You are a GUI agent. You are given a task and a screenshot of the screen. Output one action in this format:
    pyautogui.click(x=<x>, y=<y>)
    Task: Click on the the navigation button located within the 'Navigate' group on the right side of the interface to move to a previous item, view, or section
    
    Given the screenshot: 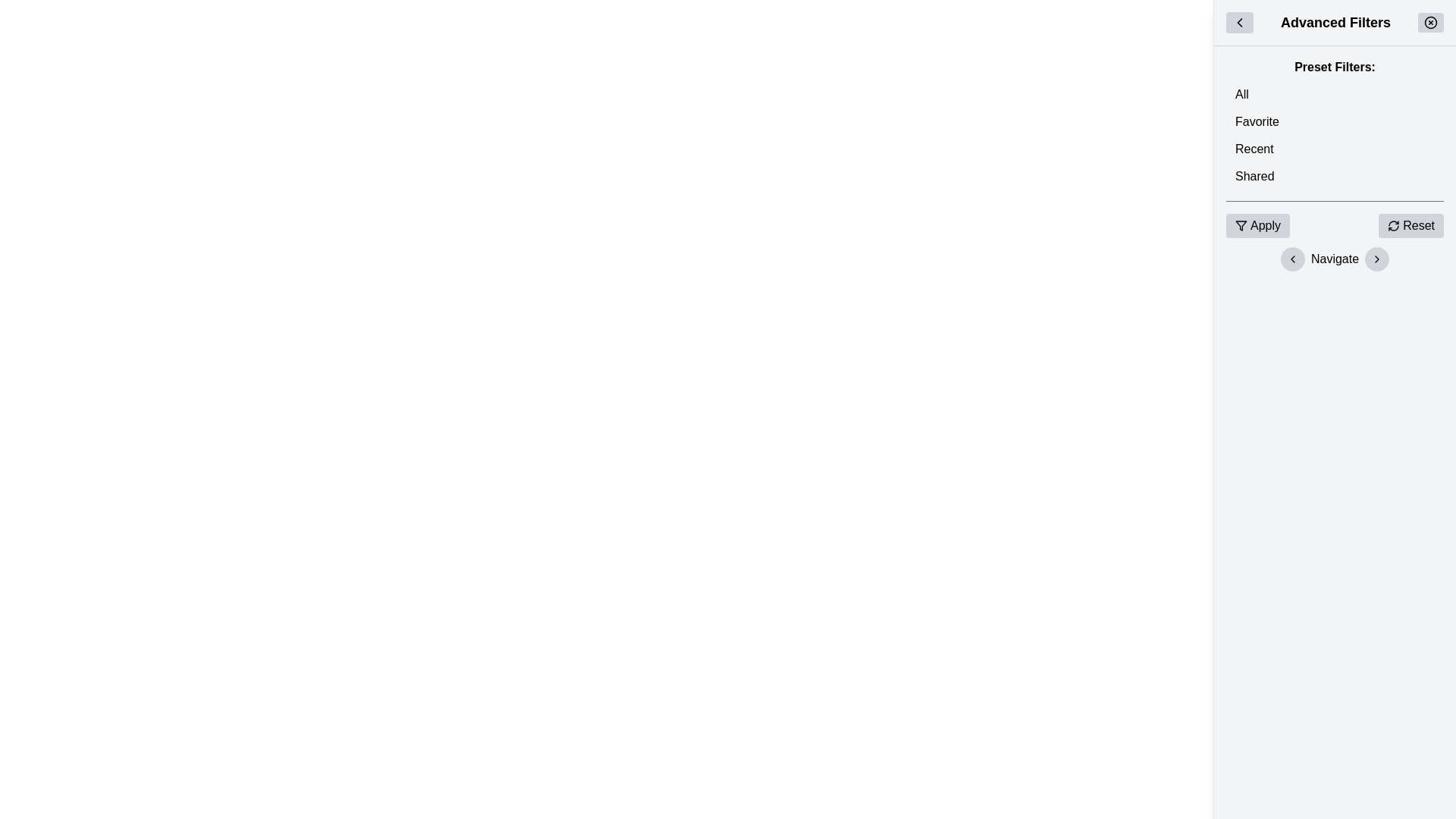 What is the action you would take?
    pyautogui.click(x=1291, y=259)
    